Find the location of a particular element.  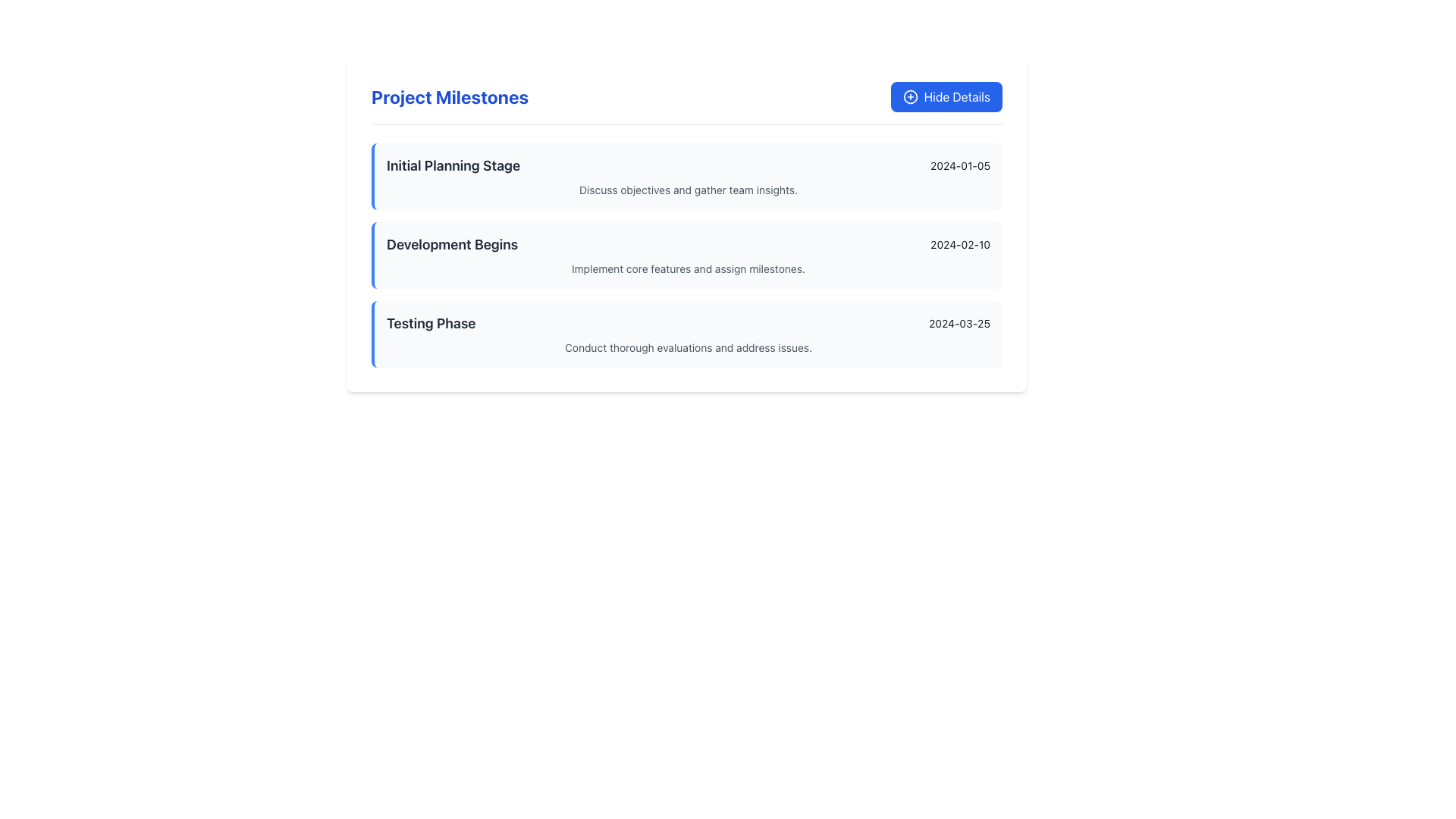

the Text Label displaying the date '2024-03-25' located in the last row of the milestones list, aligned to the right next to the 'Testing Phase' title is located at coordinates (959, 323).